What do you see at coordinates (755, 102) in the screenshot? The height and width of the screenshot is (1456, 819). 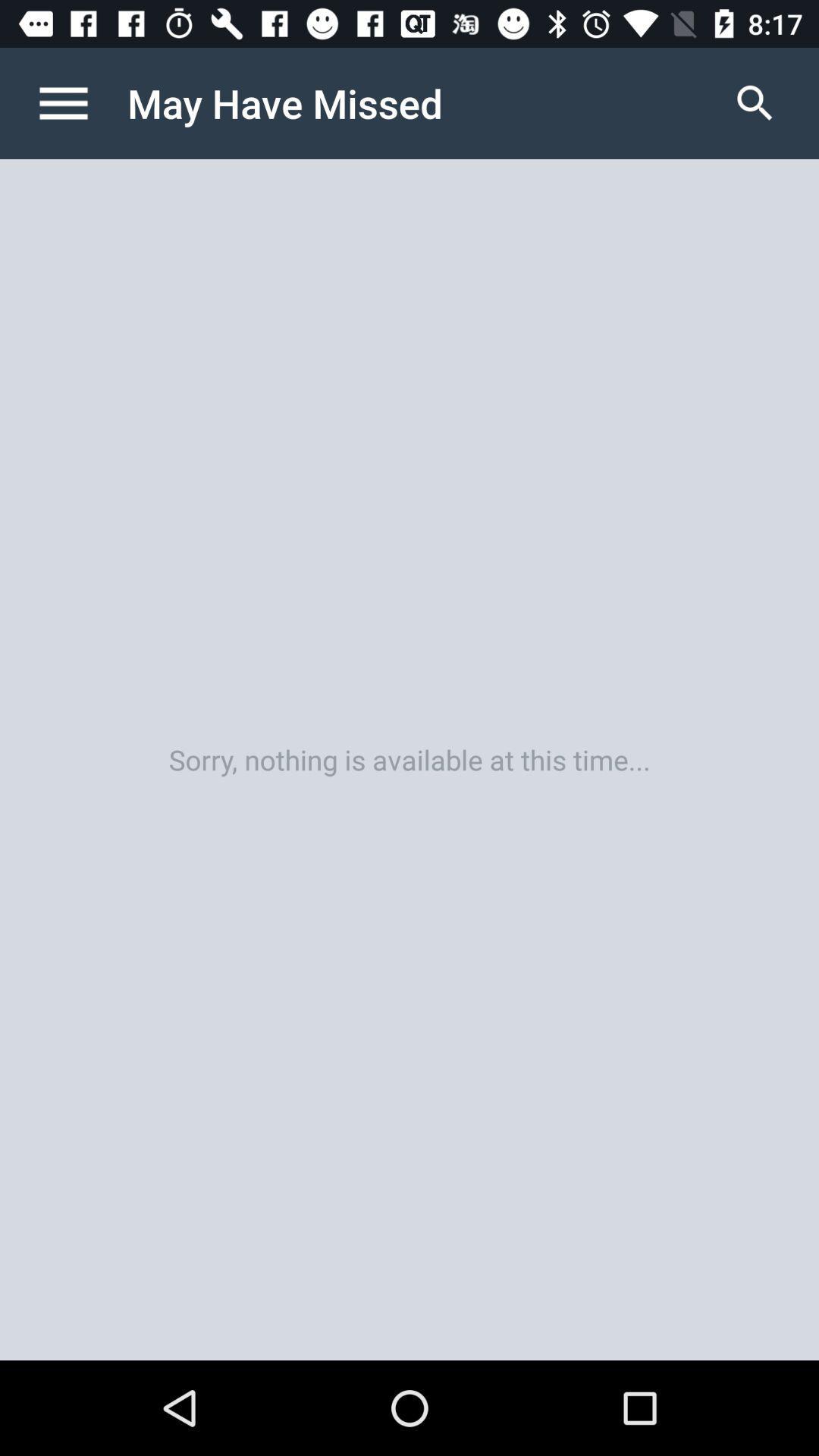 I see `icon at the top right corner` at bounding box center [755, 102].